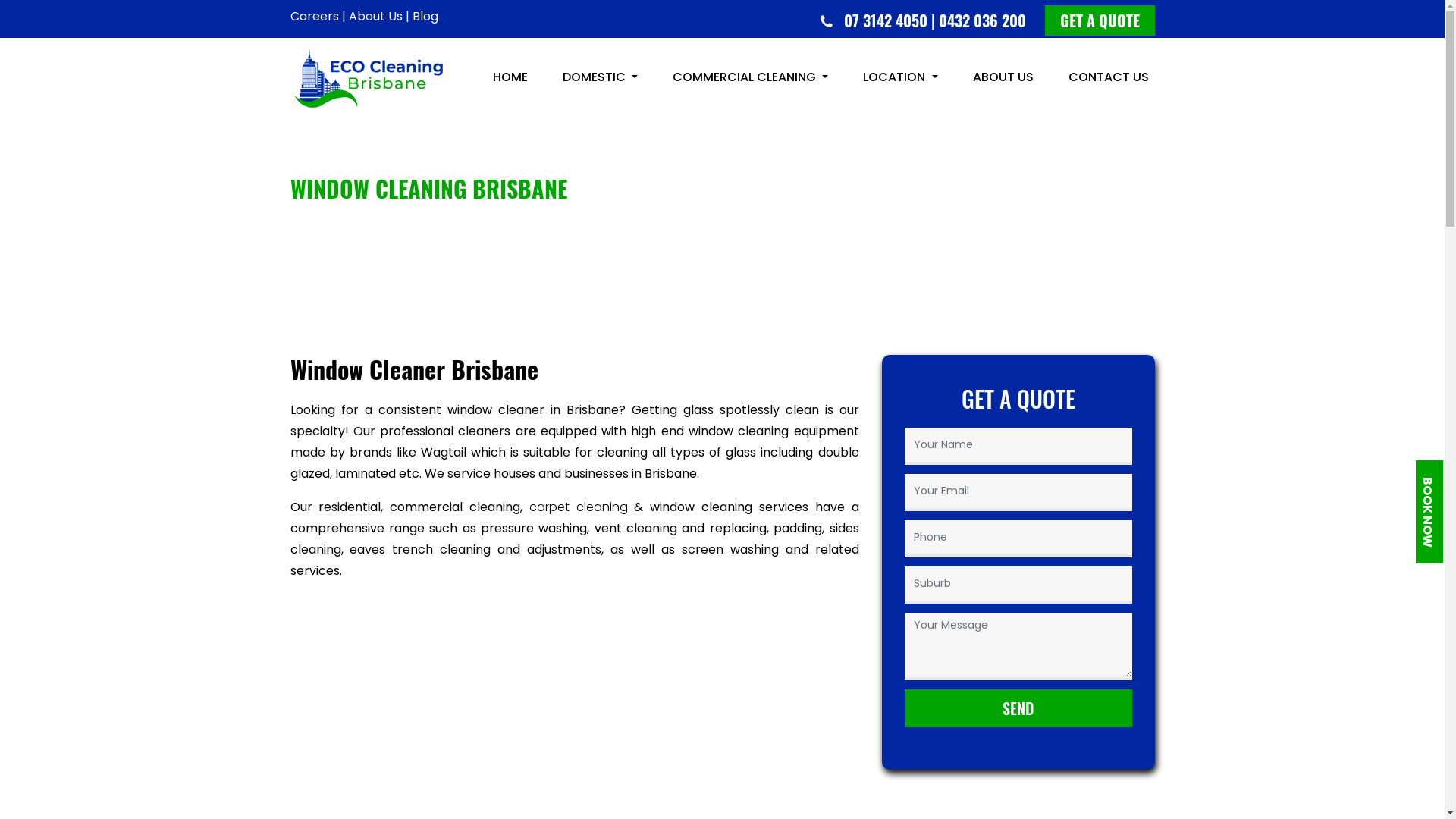 The width and height of the screenshot is (1456, 819). What do you see at coordinates (1100, 20) in the screenshot?
I see `'GET A QUOTE'` at bounding box center [1100, 20].